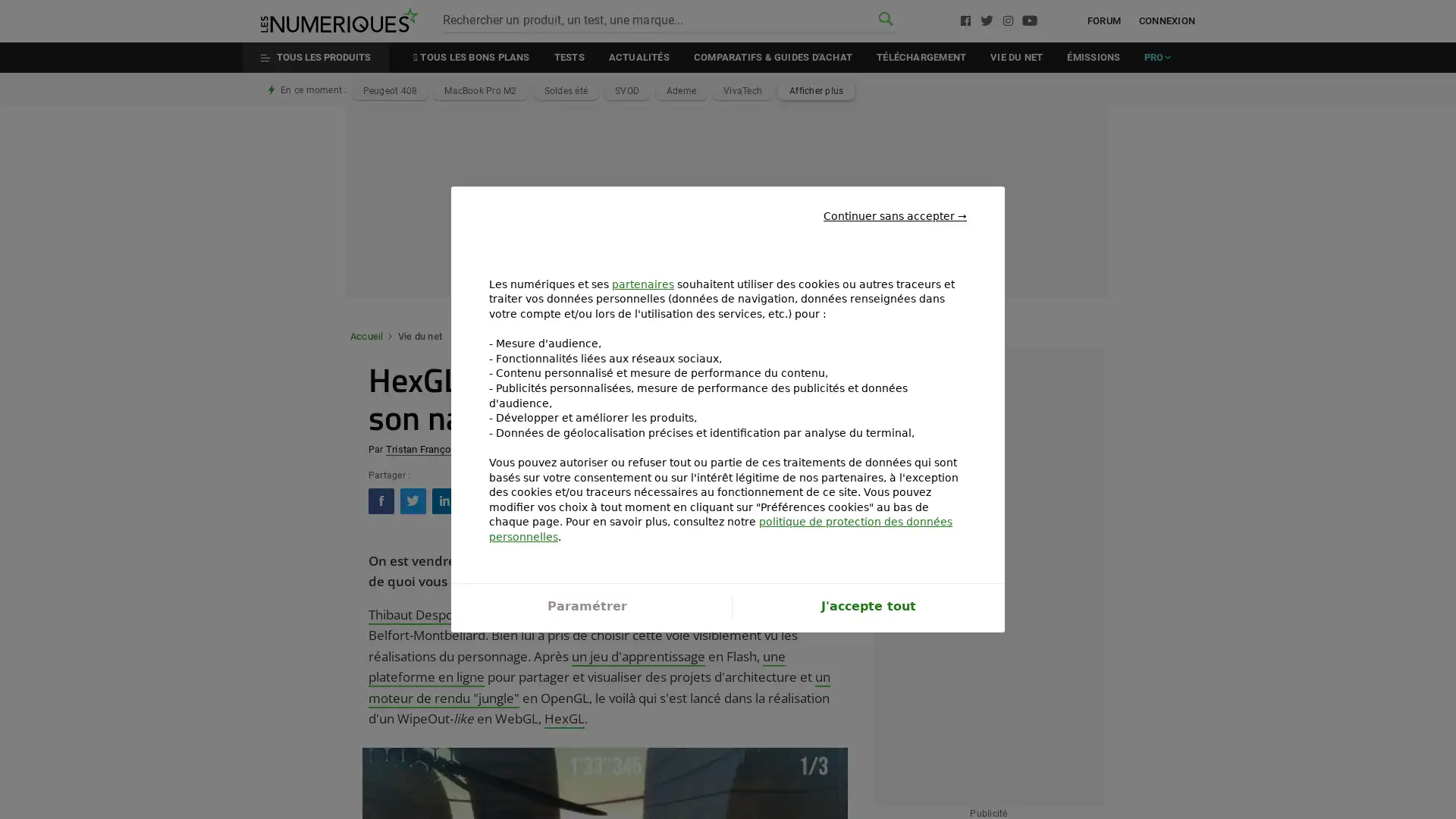 This screenshot has width=1456, height=819. I want to click on Accepter notre traitement des donnees et fermer, so click(868, 618).